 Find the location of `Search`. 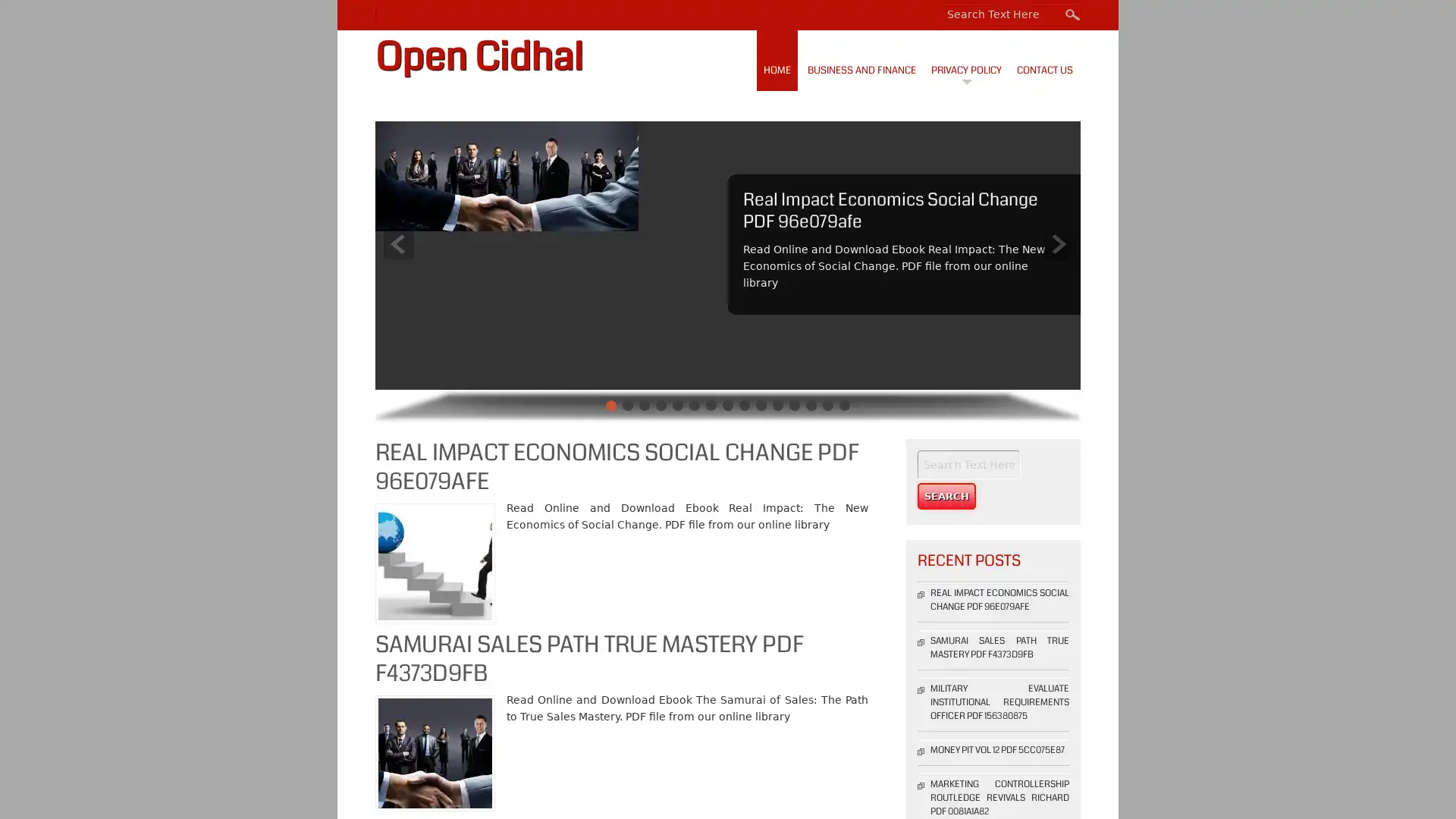

Search is located at coordinates (946, 496).